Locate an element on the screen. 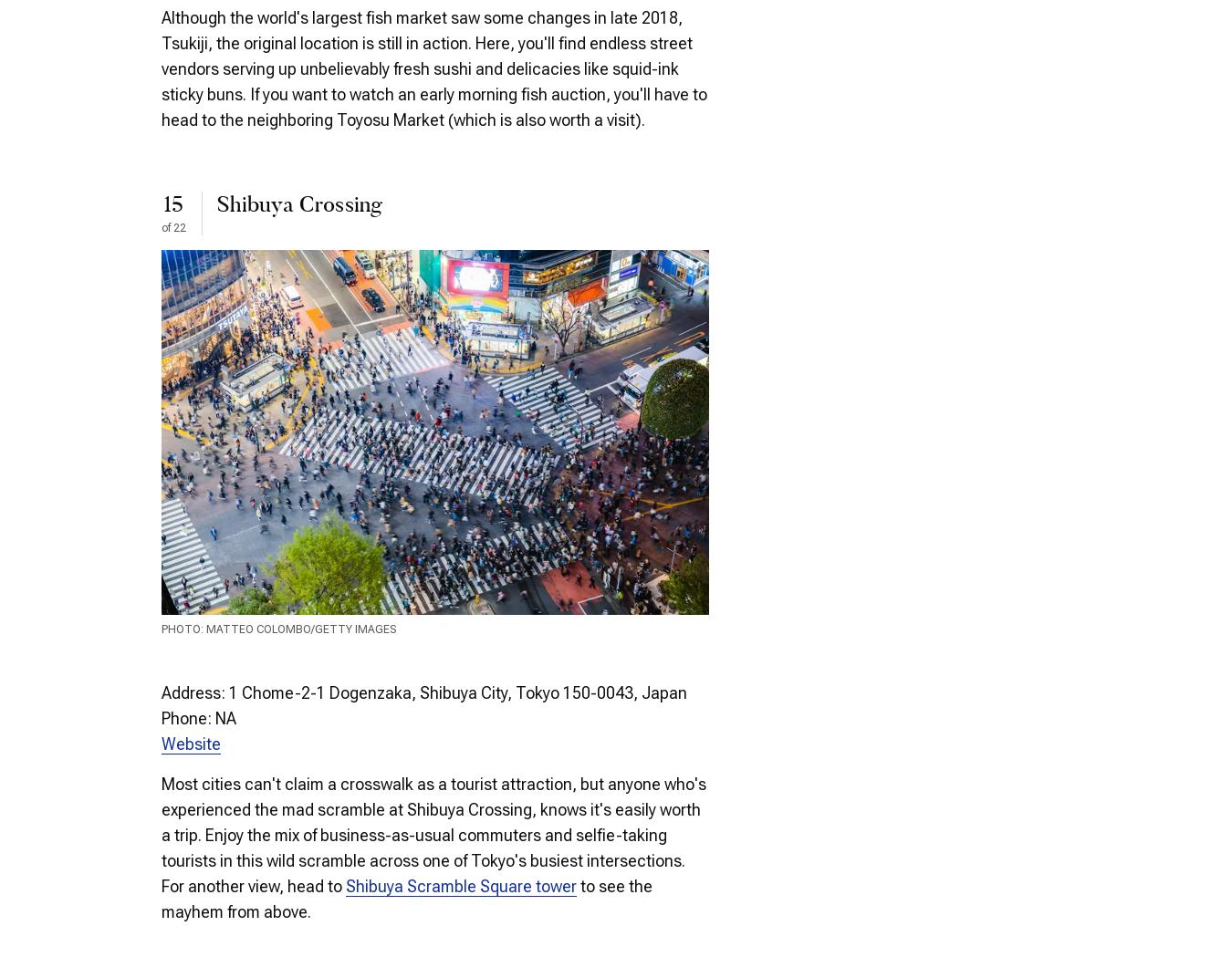 The width and height of the screenshot is (1232, 978). 'Shibuya Crossing' is located at coordinates (298, 205).